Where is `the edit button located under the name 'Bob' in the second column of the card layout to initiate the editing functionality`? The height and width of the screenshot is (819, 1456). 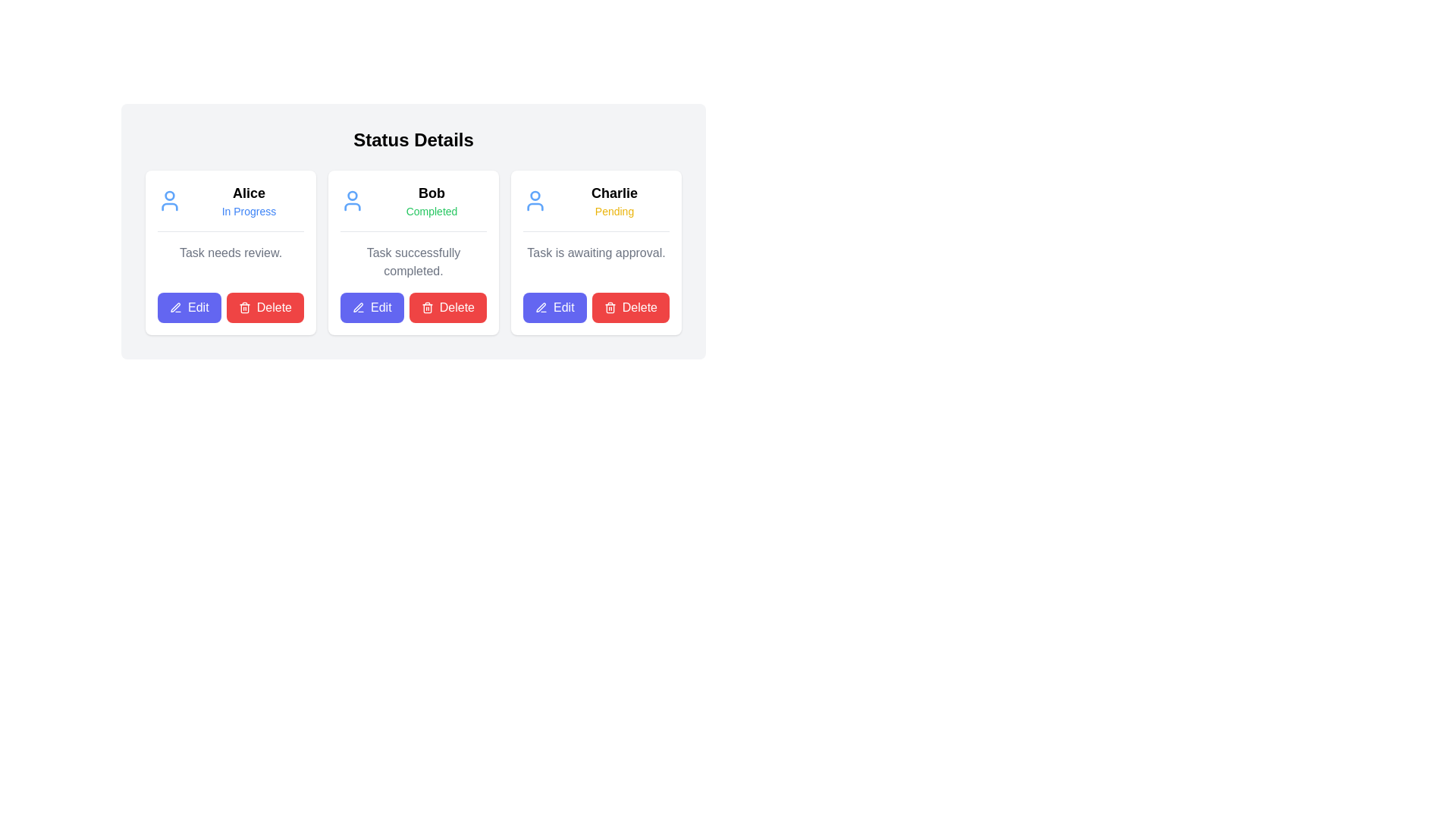
the edit button located under the name 'Bob' in the second column of the card layout to initiate the editing functionality is located at coordinates (372, 307).